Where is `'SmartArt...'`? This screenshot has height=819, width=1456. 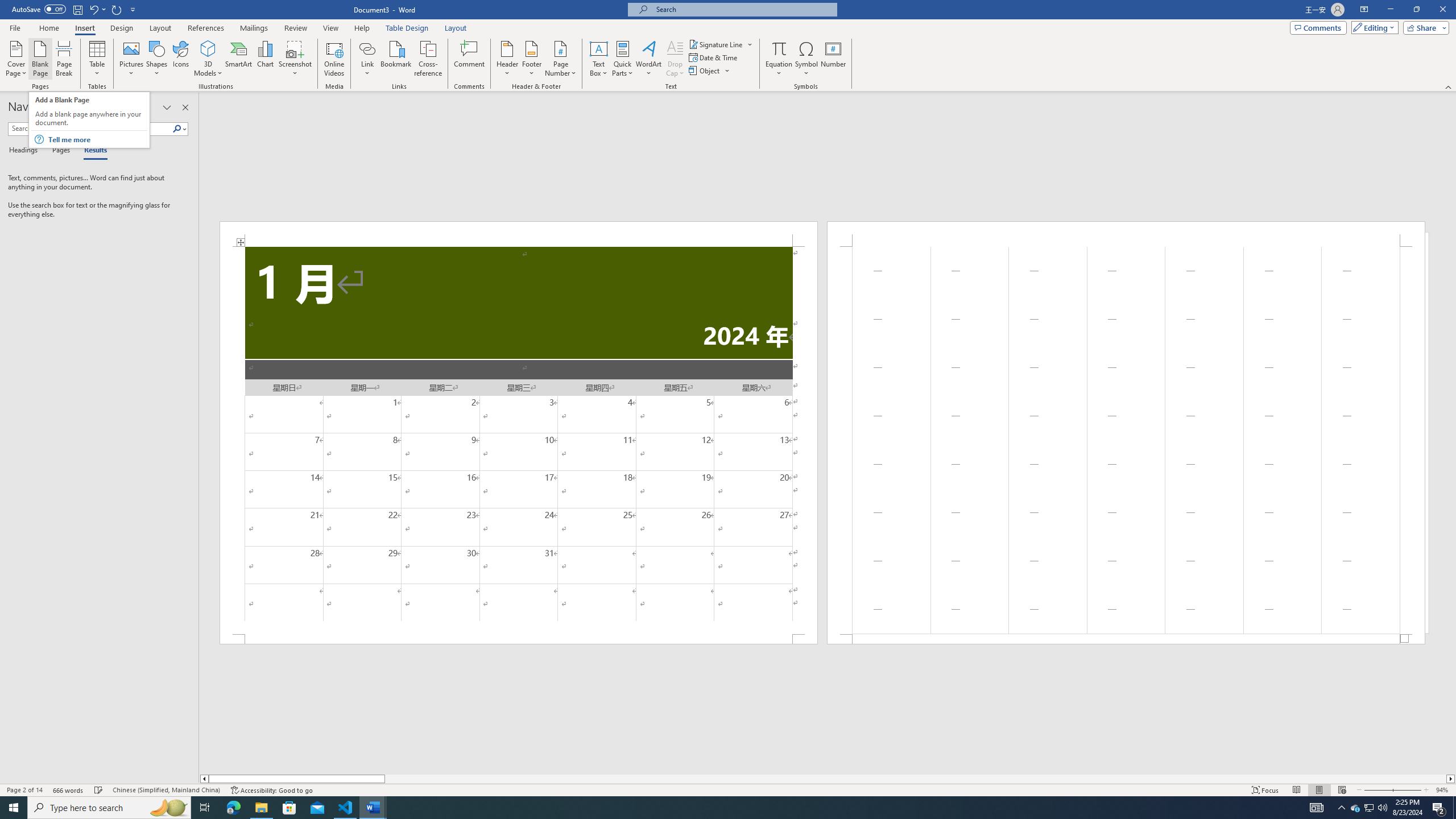
'SmartArt...' is located at coordinates (238, 59).